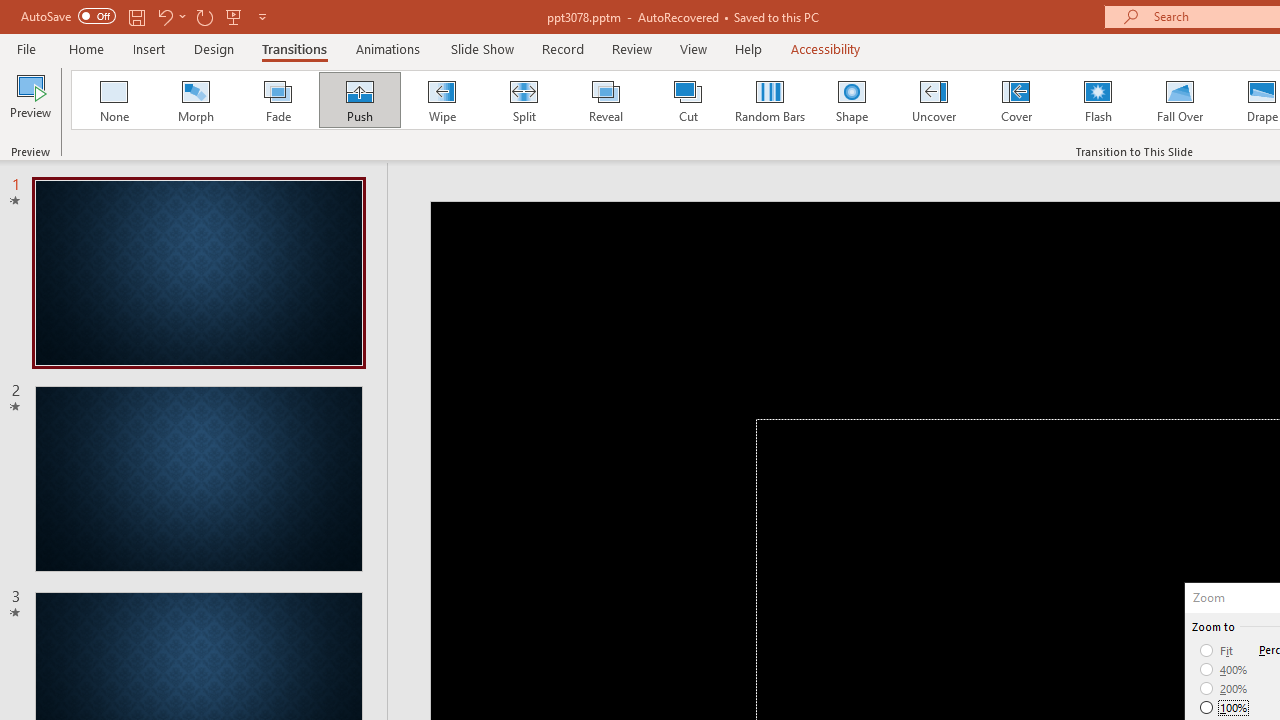 This screenshot has width=1280, height=720. What do you see at coordinates (440, 100) in the screenshot?
I see `'Wipe'` at bounding box center [440, 100].